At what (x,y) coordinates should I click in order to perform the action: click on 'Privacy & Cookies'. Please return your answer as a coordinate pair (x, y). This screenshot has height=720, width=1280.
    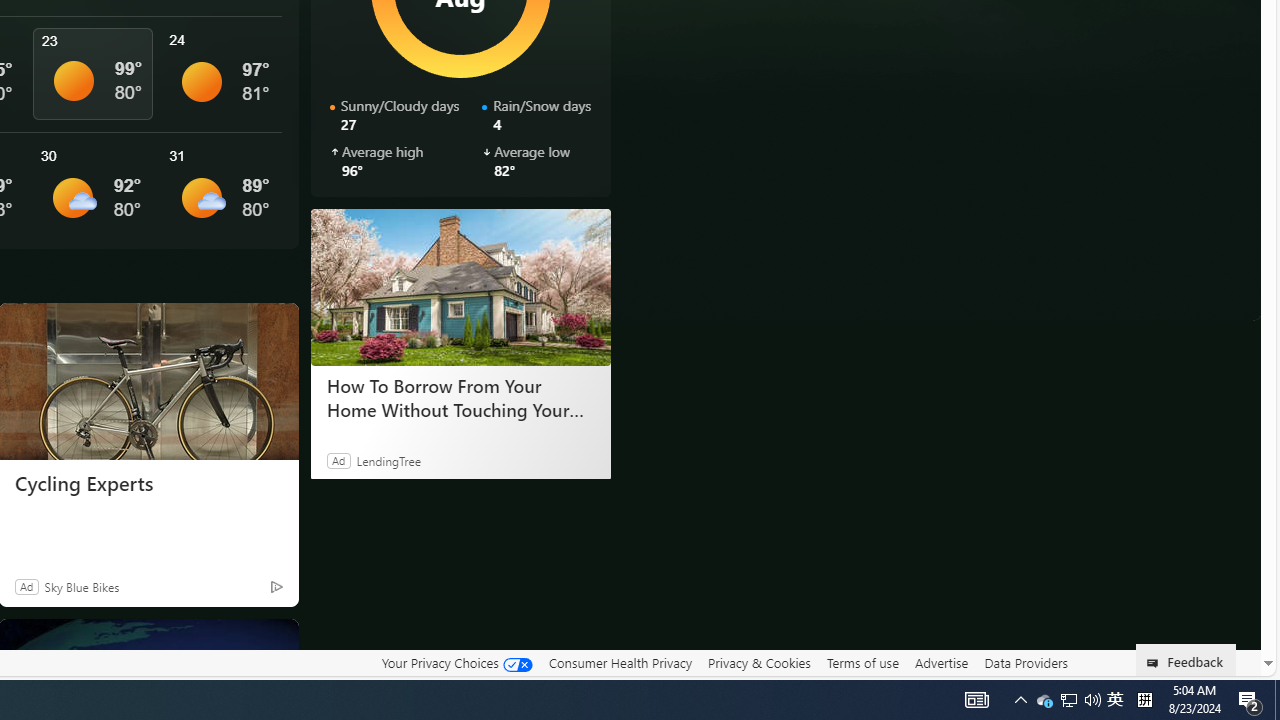
    Looking at the image, I should click on (758, 663).